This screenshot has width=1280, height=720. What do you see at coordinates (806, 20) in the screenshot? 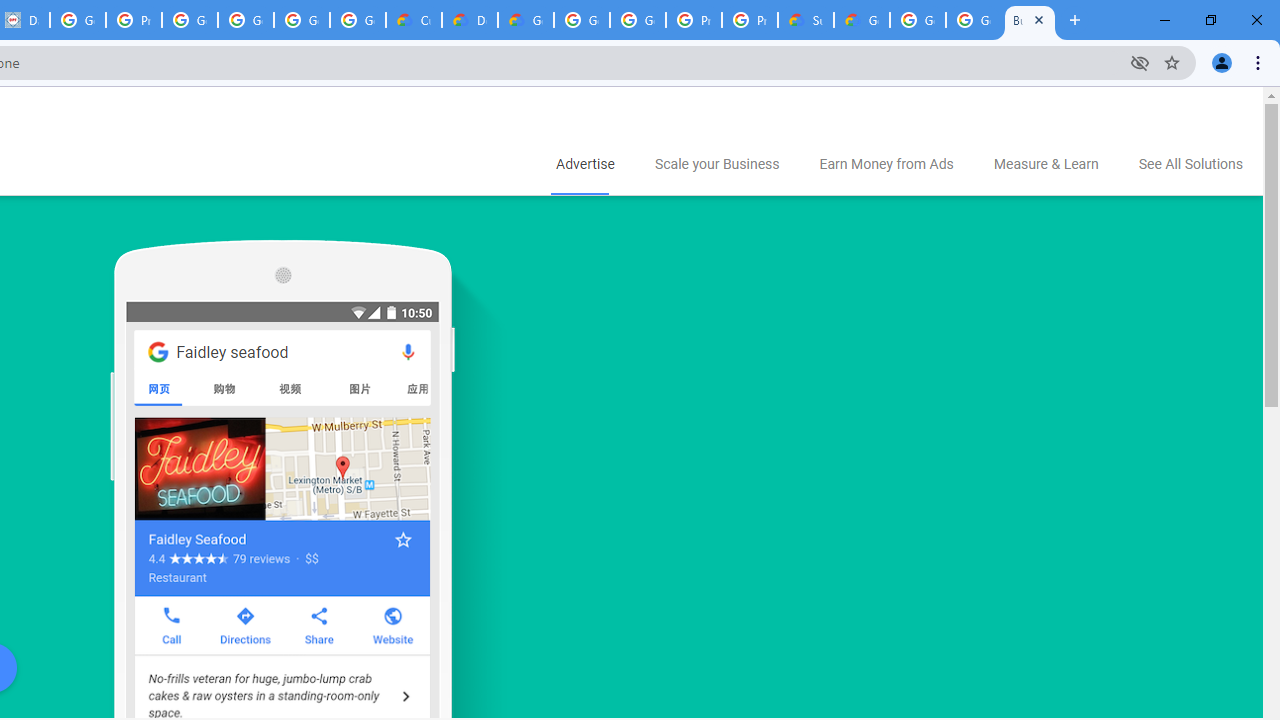
I see `'Support Hub | Google Cloud'` at bounding box center [806, 20].